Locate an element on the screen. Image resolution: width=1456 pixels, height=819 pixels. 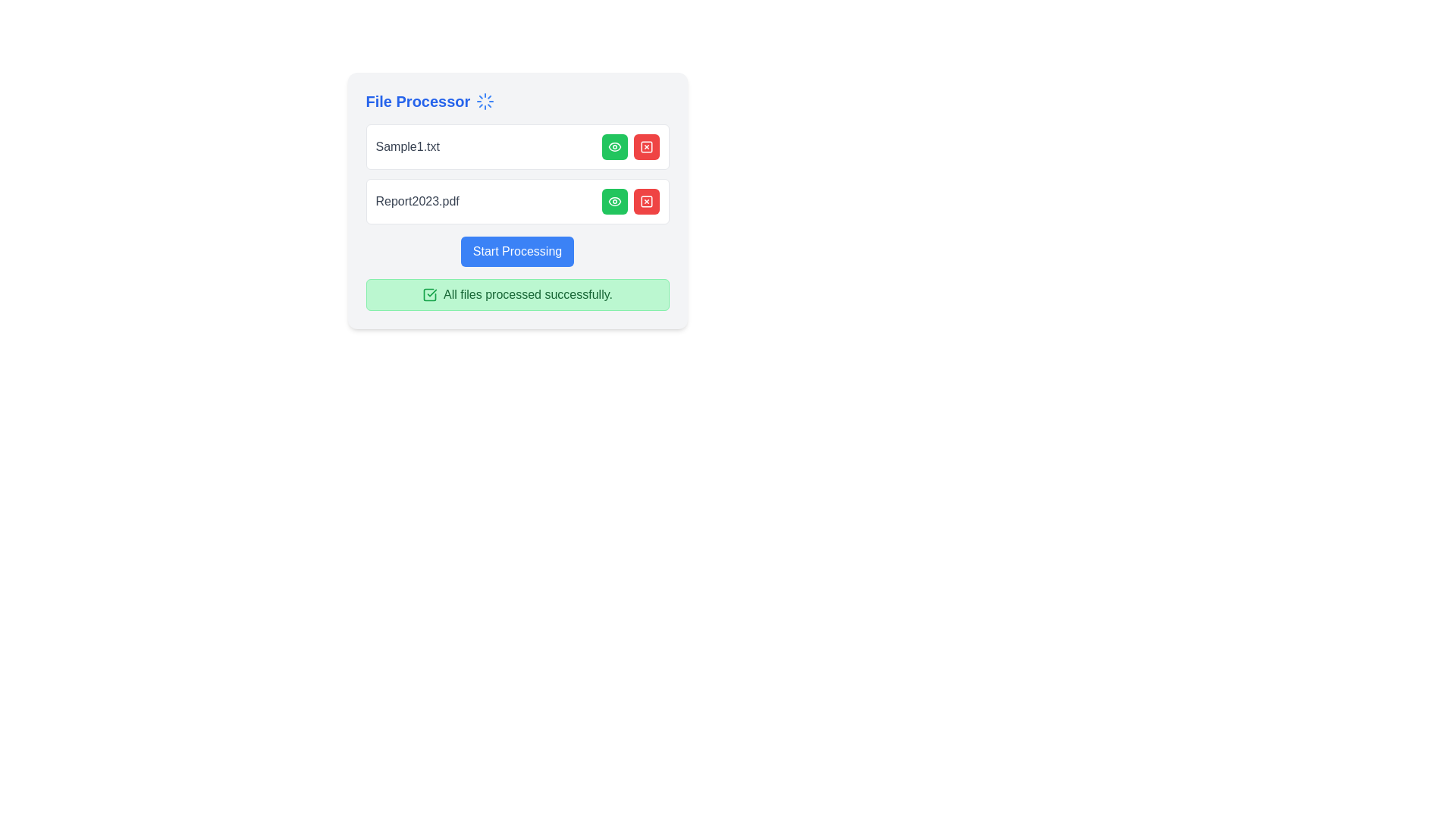
the green button with a centered eye icon on the right side of the list item row labeled 'Report2023.pdf' is located at coordinates (614, 201).